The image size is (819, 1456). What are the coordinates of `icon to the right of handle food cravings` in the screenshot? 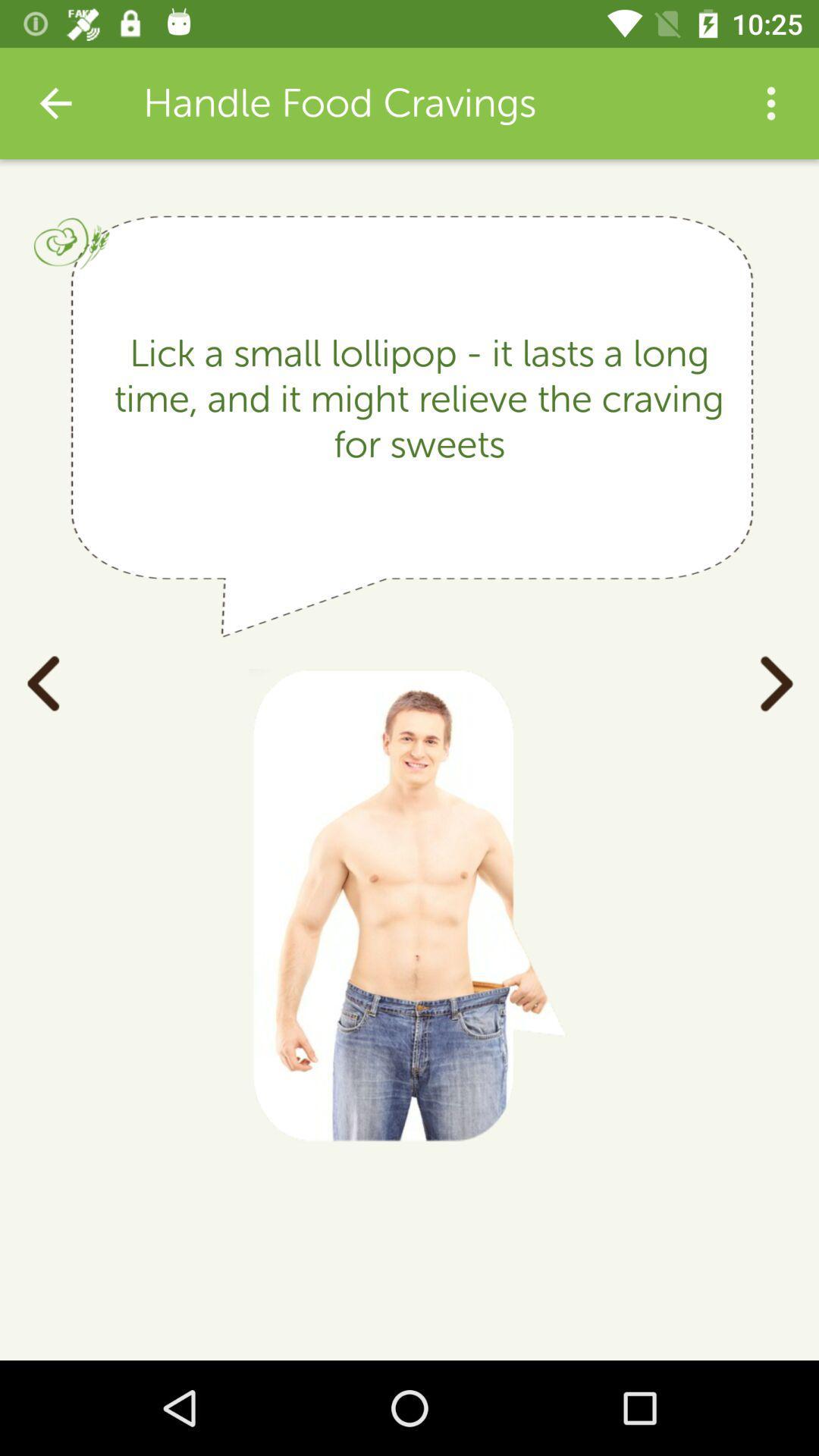 It's located at (771, 102).